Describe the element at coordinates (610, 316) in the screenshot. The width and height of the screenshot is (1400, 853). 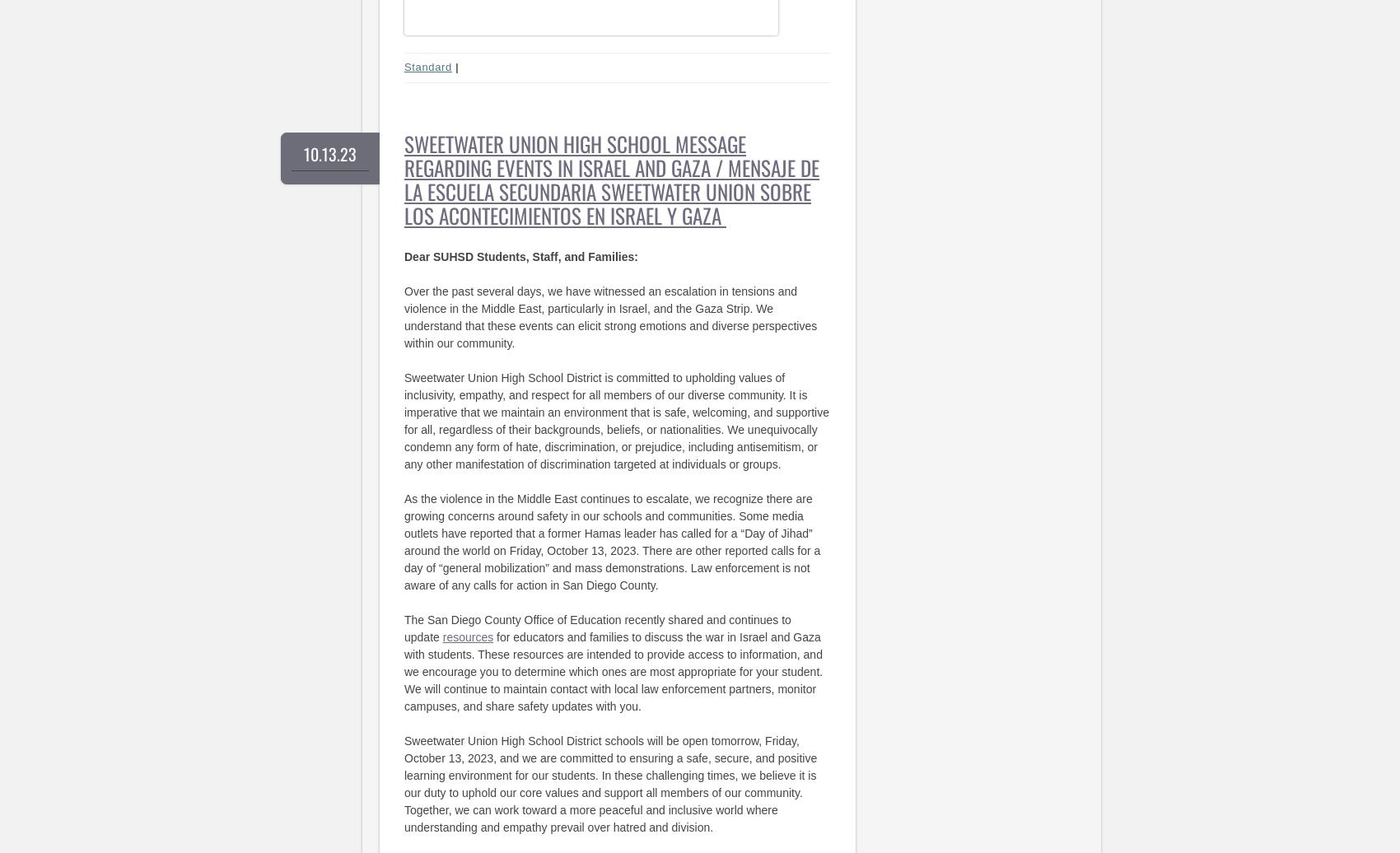
I see `'Over the past several days, we have witnessed an escalation in tensions and violence in the Middle East, particularly in Israel, and the Gaza Strip. We understand that these events can elicit strong emotions and diverse perspectives within our community.'` at that location.